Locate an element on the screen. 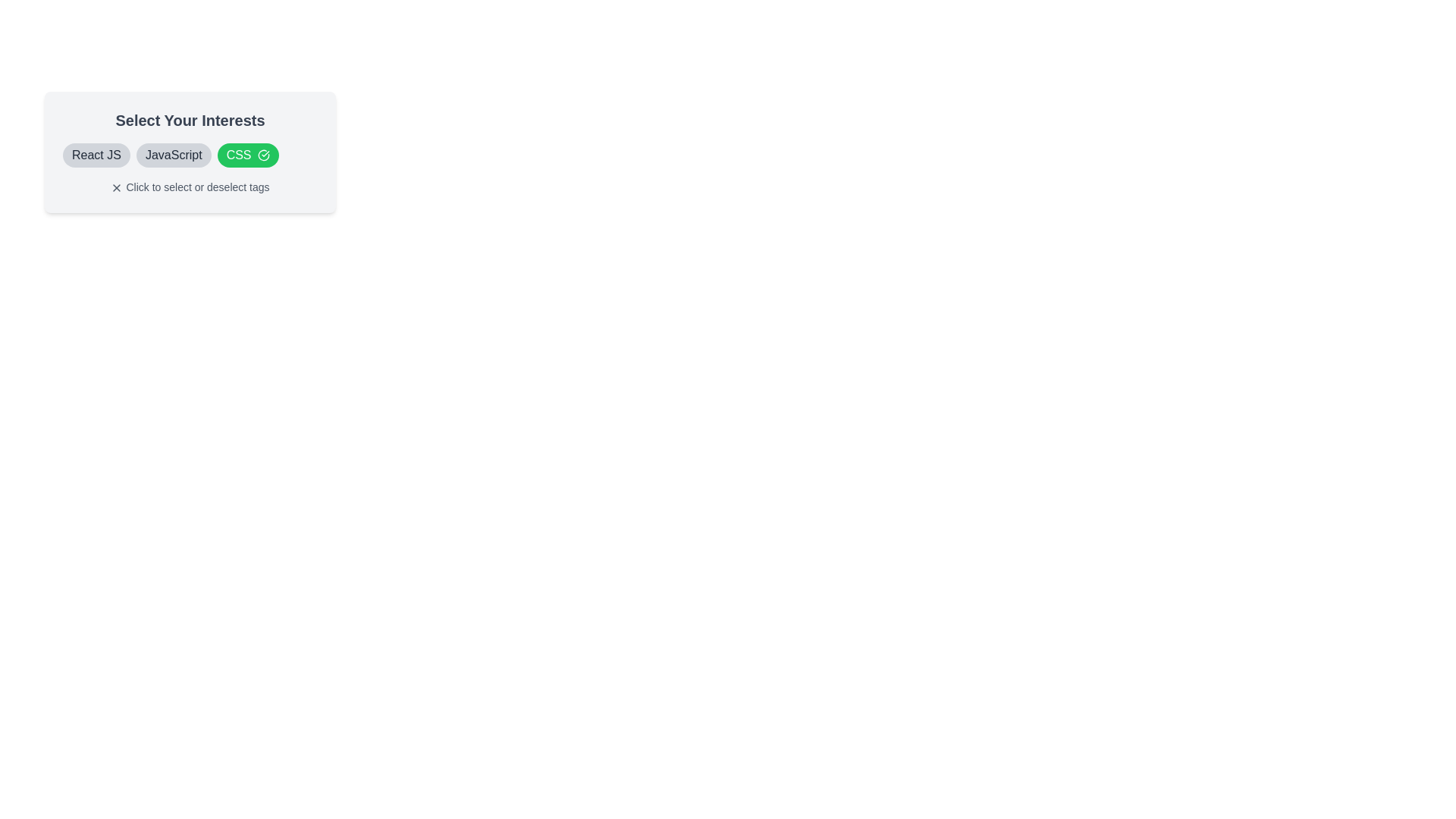 The width and height of the screenshot is (1456, 819). the SVG graphical icon indicating the selected 'CSS' tag is located at coordinates (263, 155).